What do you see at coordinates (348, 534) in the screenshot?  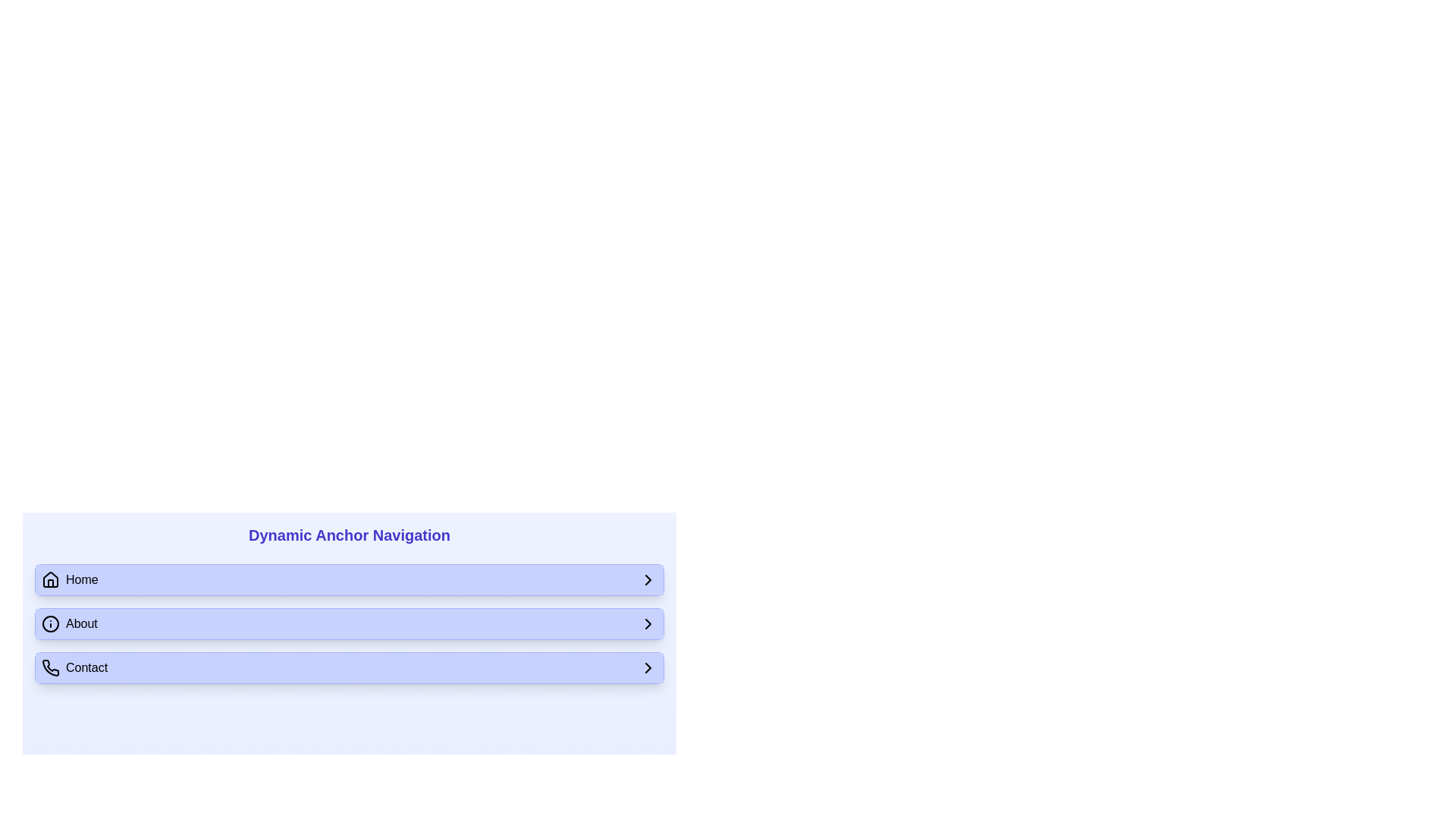 I see `the title text element that serves as a descriptor for the section, positioned above the menu options 'Home', 'About', and 'Contact'` at bounding box center [348, 534].